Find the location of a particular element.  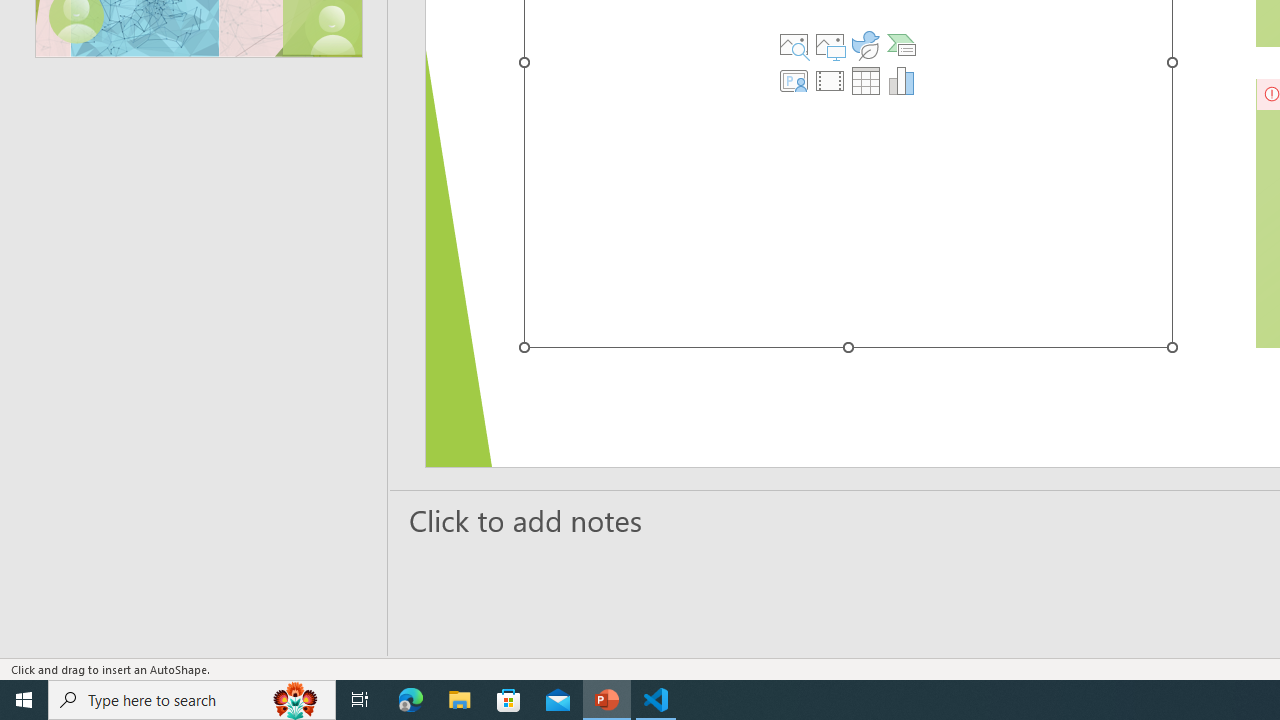

'Insert Chart' is located at coordinates (900, 80).